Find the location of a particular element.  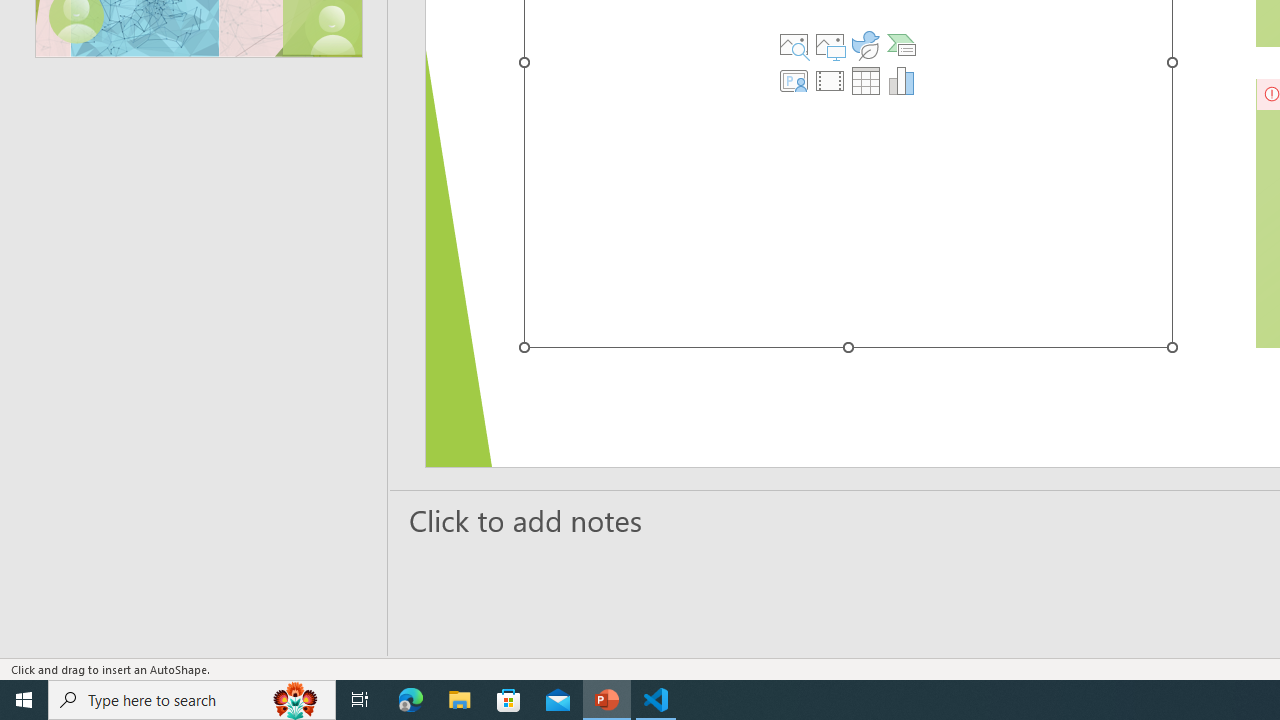

'Insert Chart' is located at coordinates (900, 80).